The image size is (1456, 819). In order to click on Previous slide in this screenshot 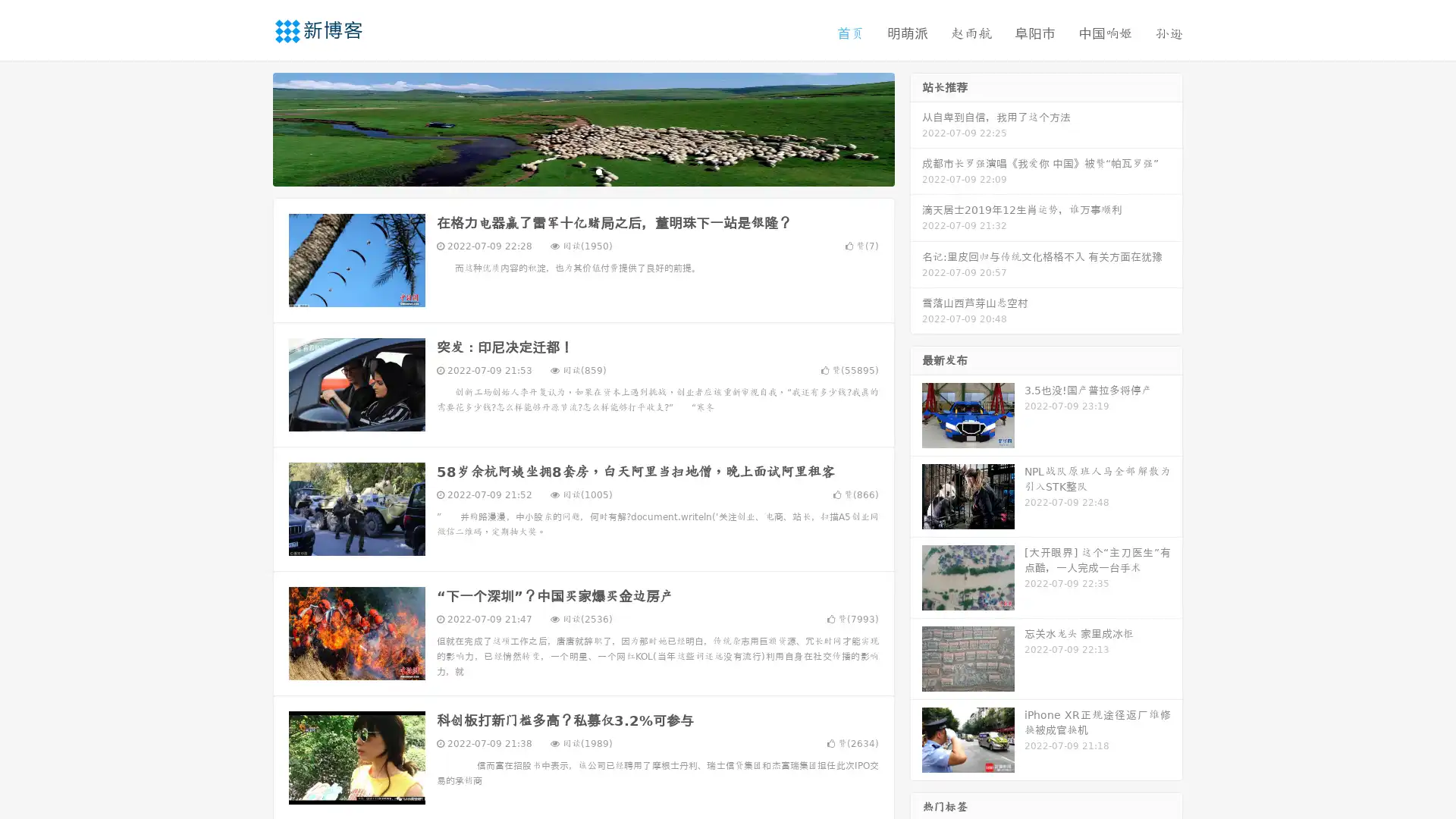, I will do `click(250, 127)`.